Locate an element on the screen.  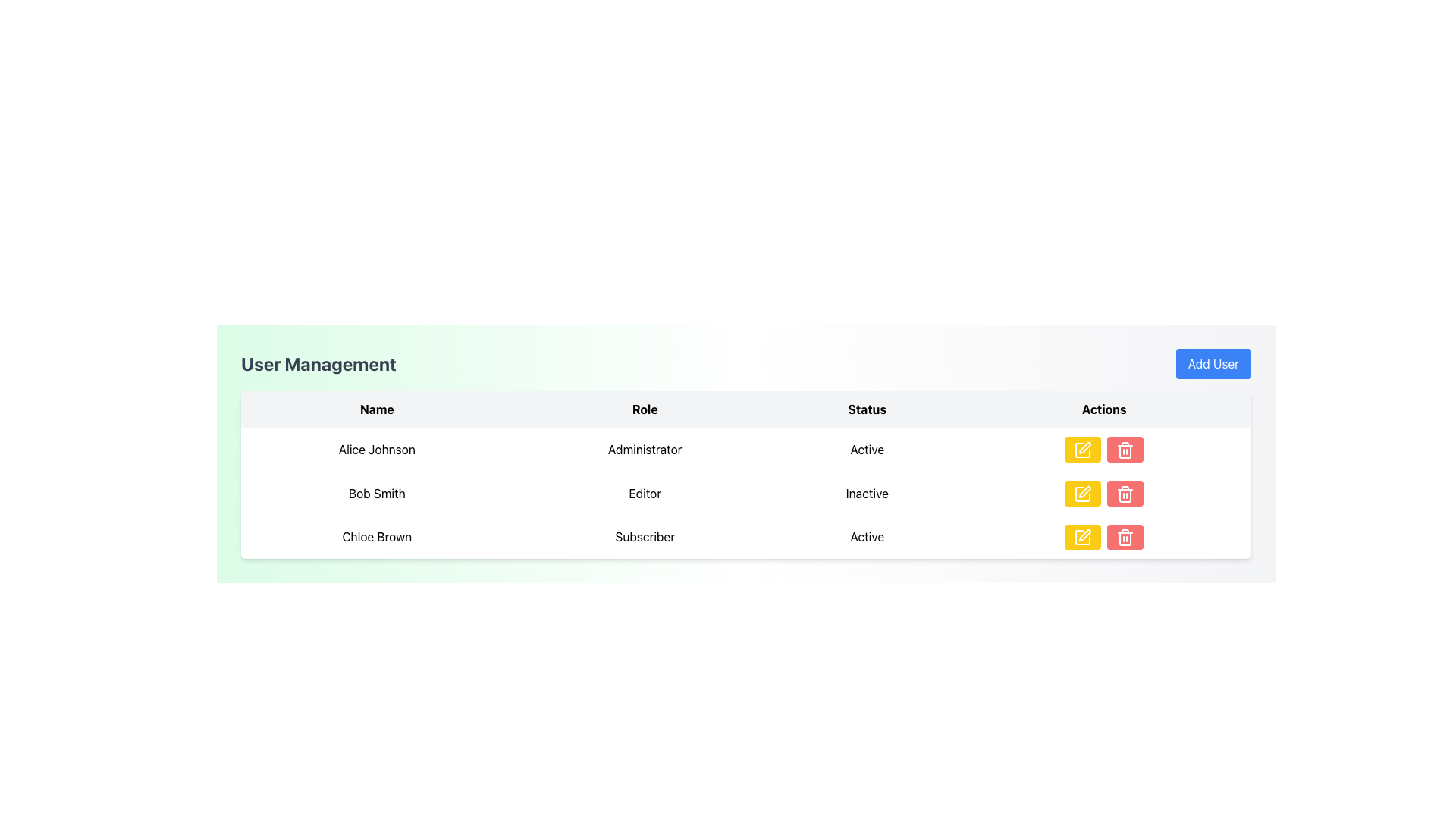
the trash can icon in the 'Actions' column of the user data table is located at coordinates (1125, 537).